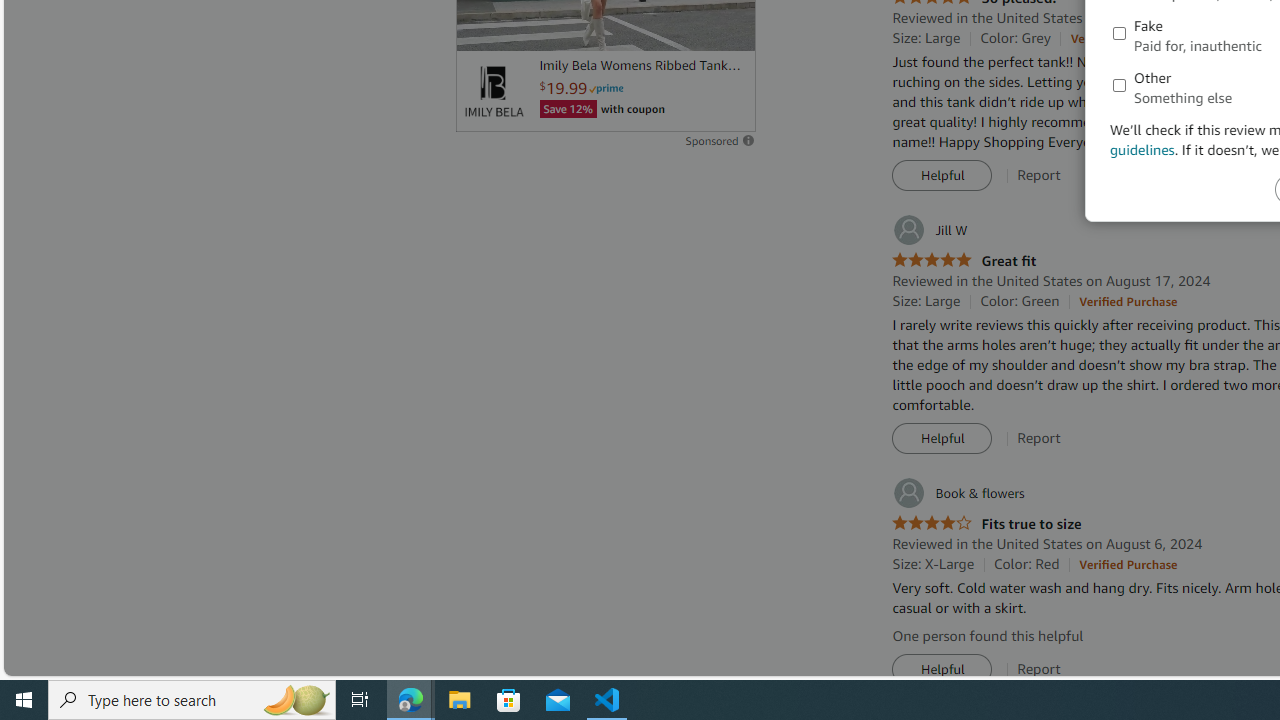 The image size is (1280, 720). What do you see at coordinates (605, 87) in the screenshot?
I see `'Prime'` at bounding box center [605, 87].